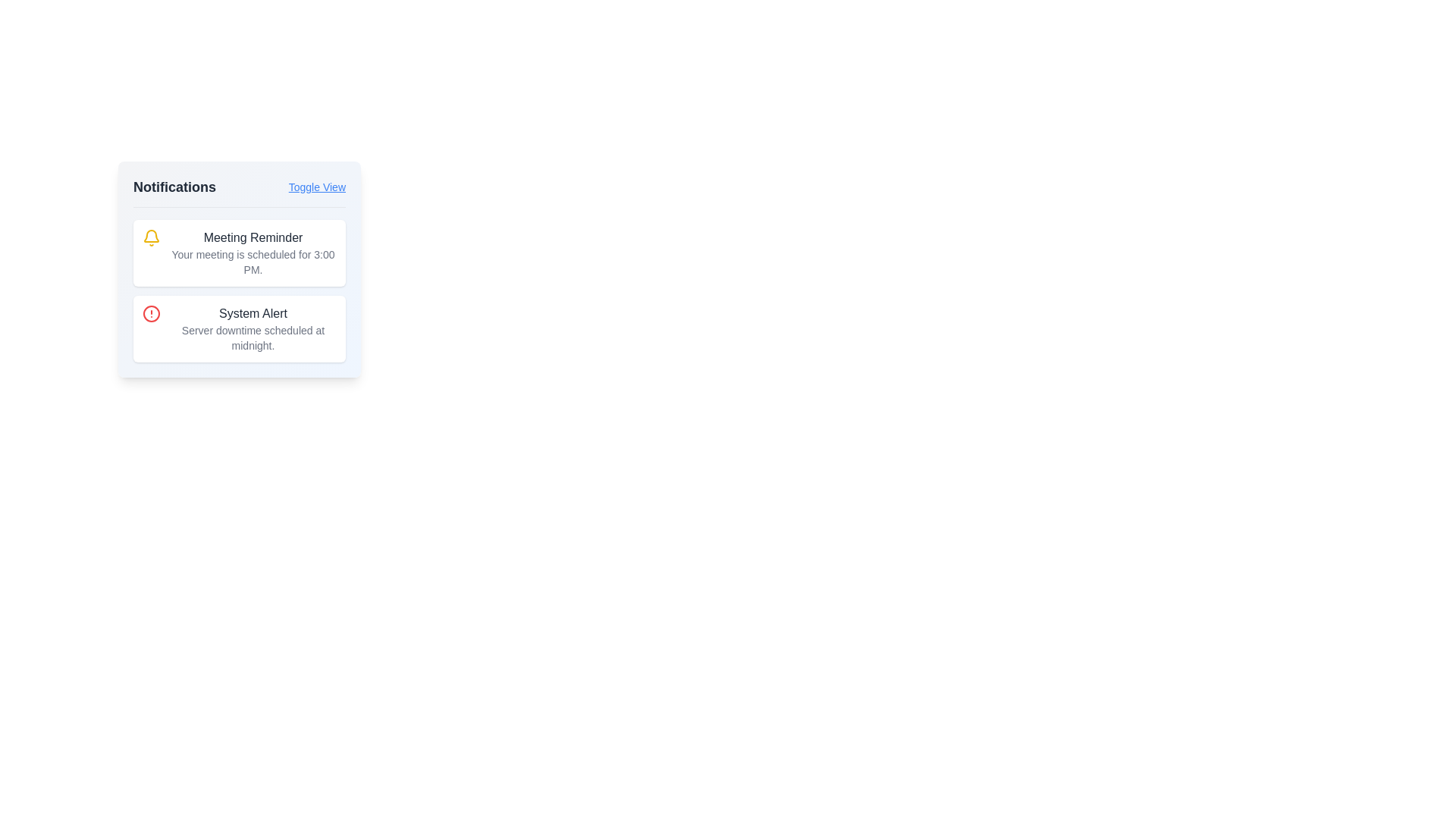 The image size is (1456, 819). What do you see at coordinates (152, 236) in the screenshot?
I see `the upper portion of the bell icon which has a yellow outline, part of the notification panel` at bounding box center [152, 236].